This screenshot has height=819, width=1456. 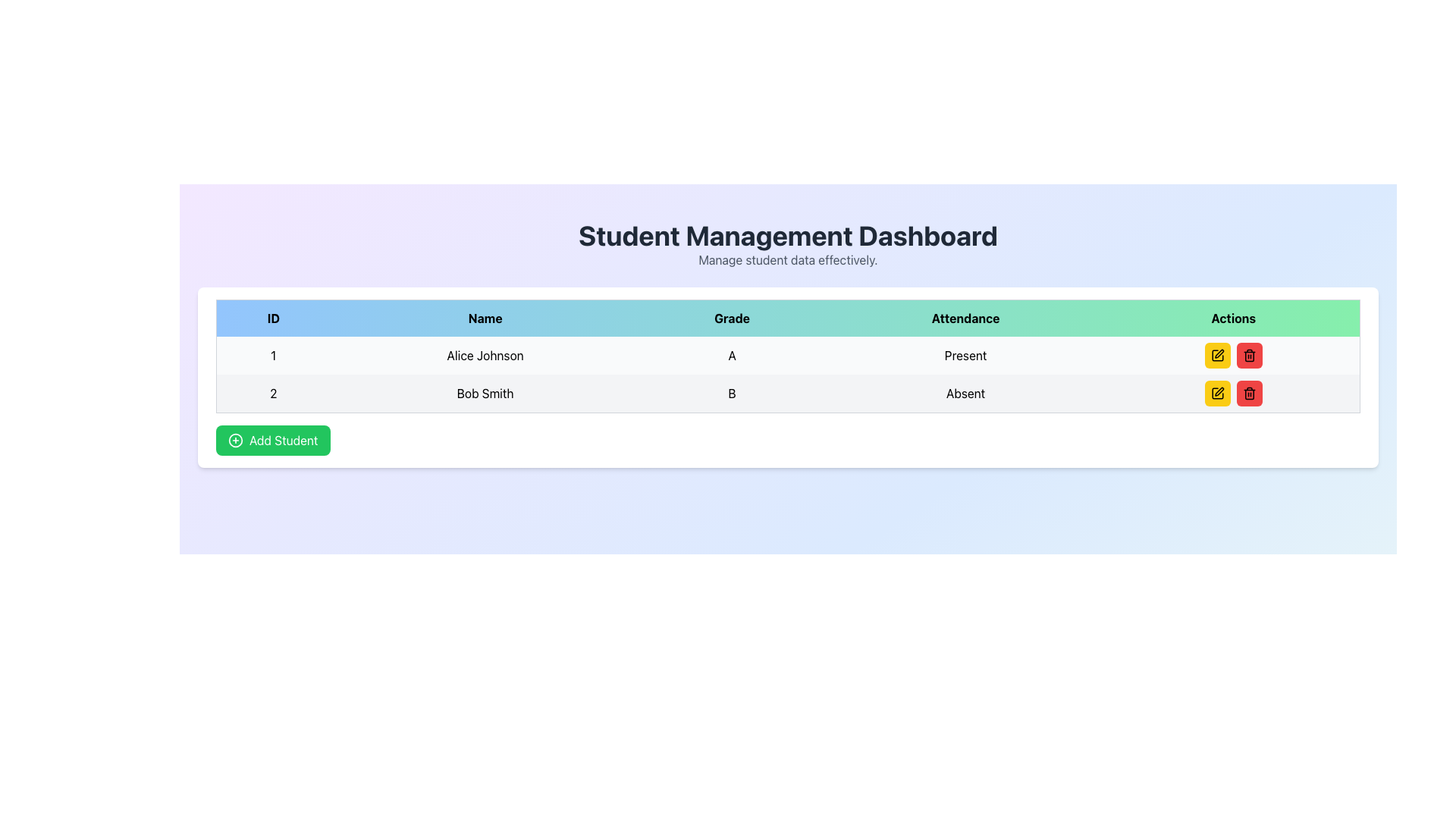 I want to click on the 'Edit' Icon Button located in the second row of the 'Actions' column, so click(x=1217, y=356).